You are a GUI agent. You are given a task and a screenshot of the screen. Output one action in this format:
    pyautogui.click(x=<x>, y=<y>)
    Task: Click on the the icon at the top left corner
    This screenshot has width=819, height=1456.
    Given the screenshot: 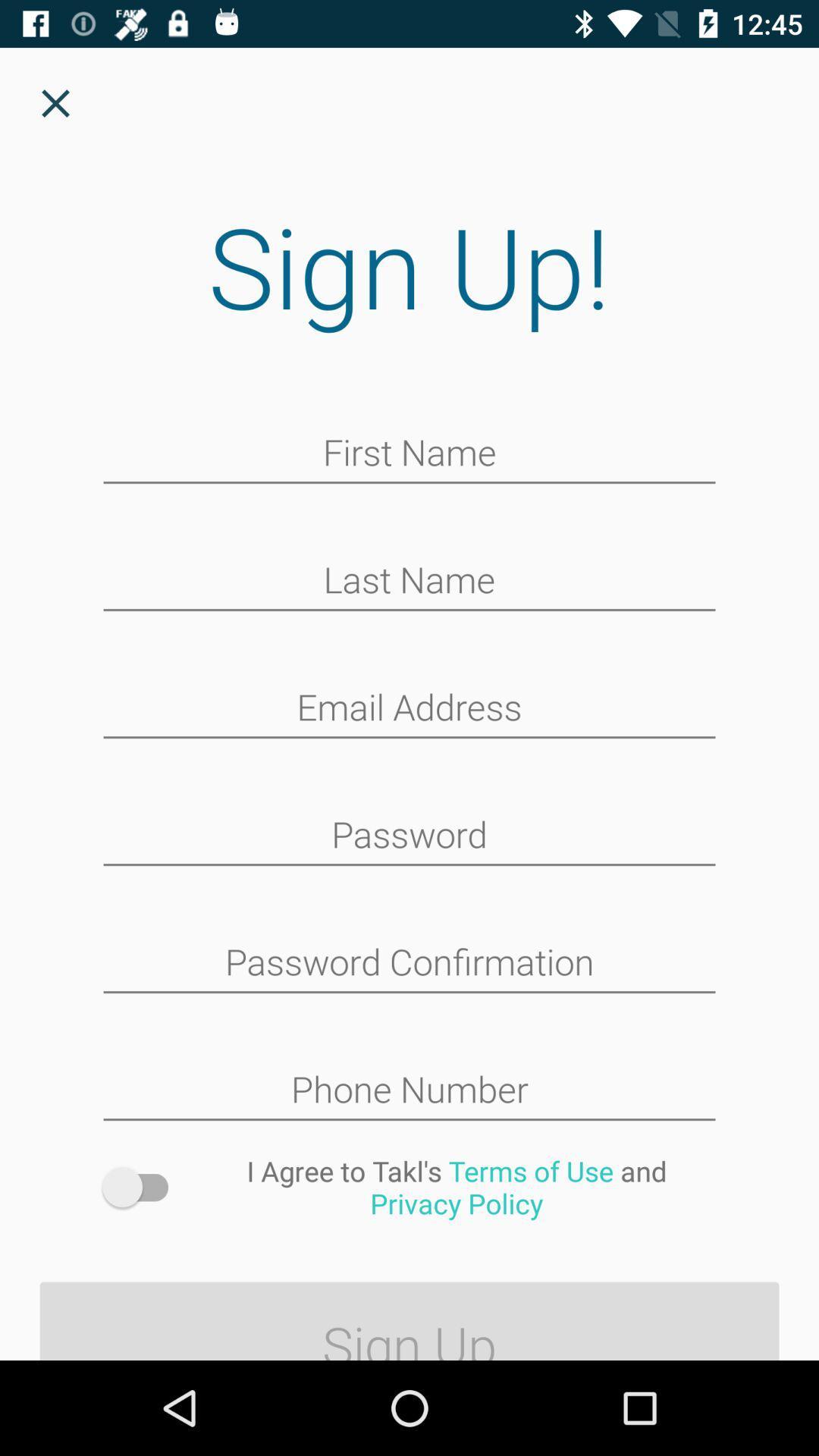 What is the action you would take?
    pyautogui.click(x=55, y=102)
    